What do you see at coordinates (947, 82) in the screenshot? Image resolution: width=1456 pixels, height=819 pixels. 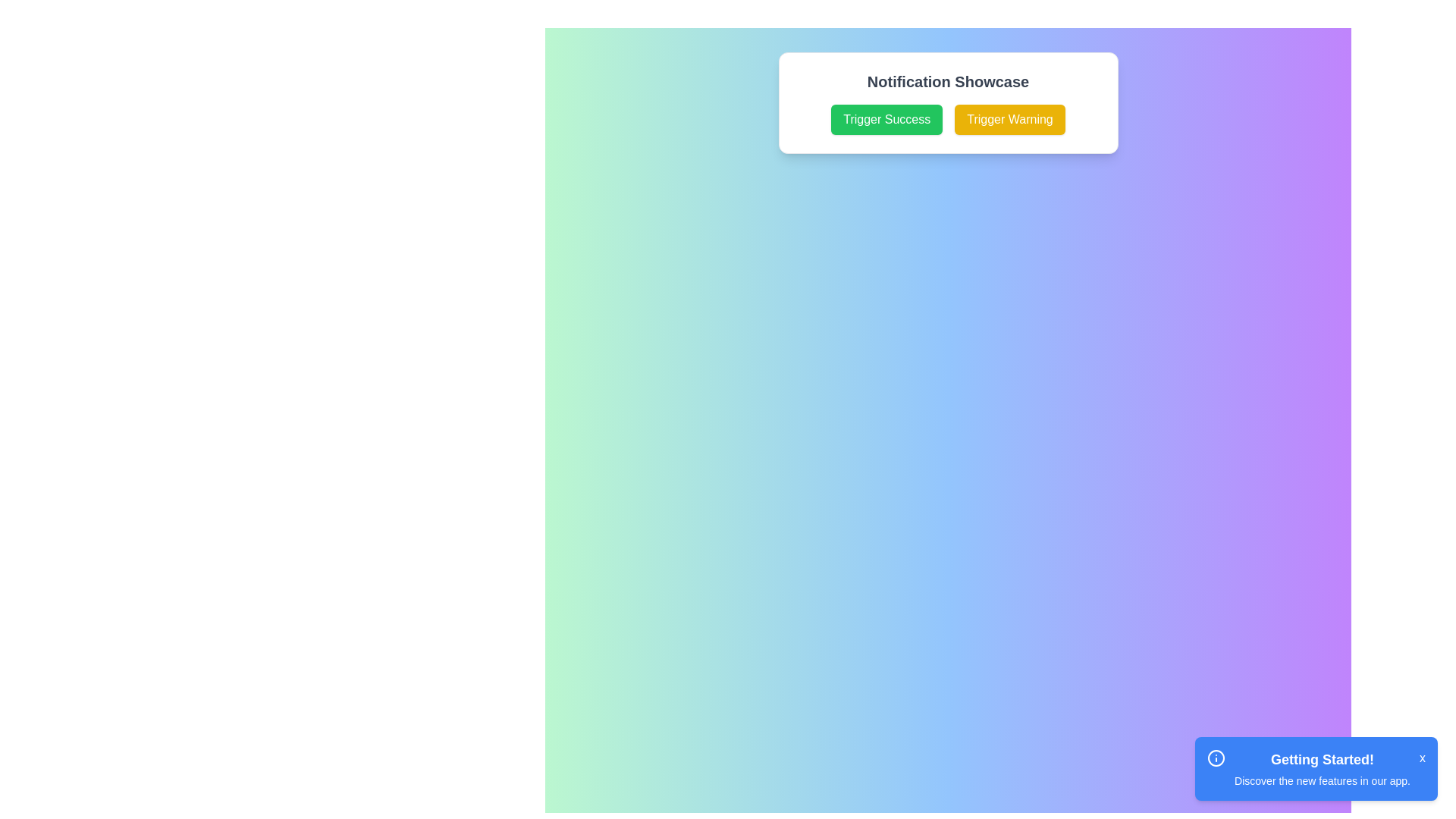 I see `the text label element with the content 'Notification Showcase', which is styled with bold and large font size and is centered above two buttons` at bounding box center [947, 82].